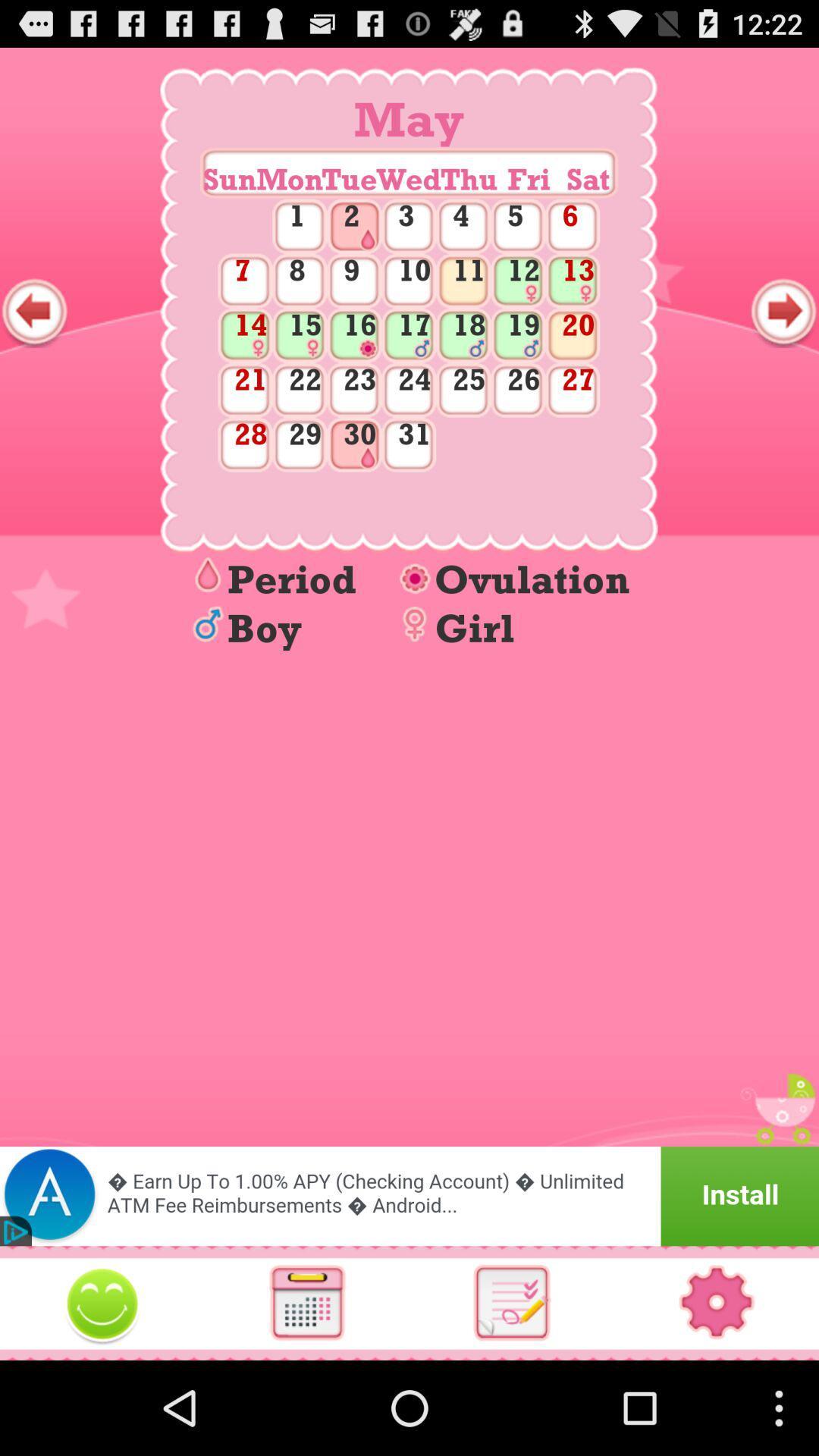  What do you see at coordinates (34, 311) in the screenshot?
I see `go back` at bounding box center [34, 311].